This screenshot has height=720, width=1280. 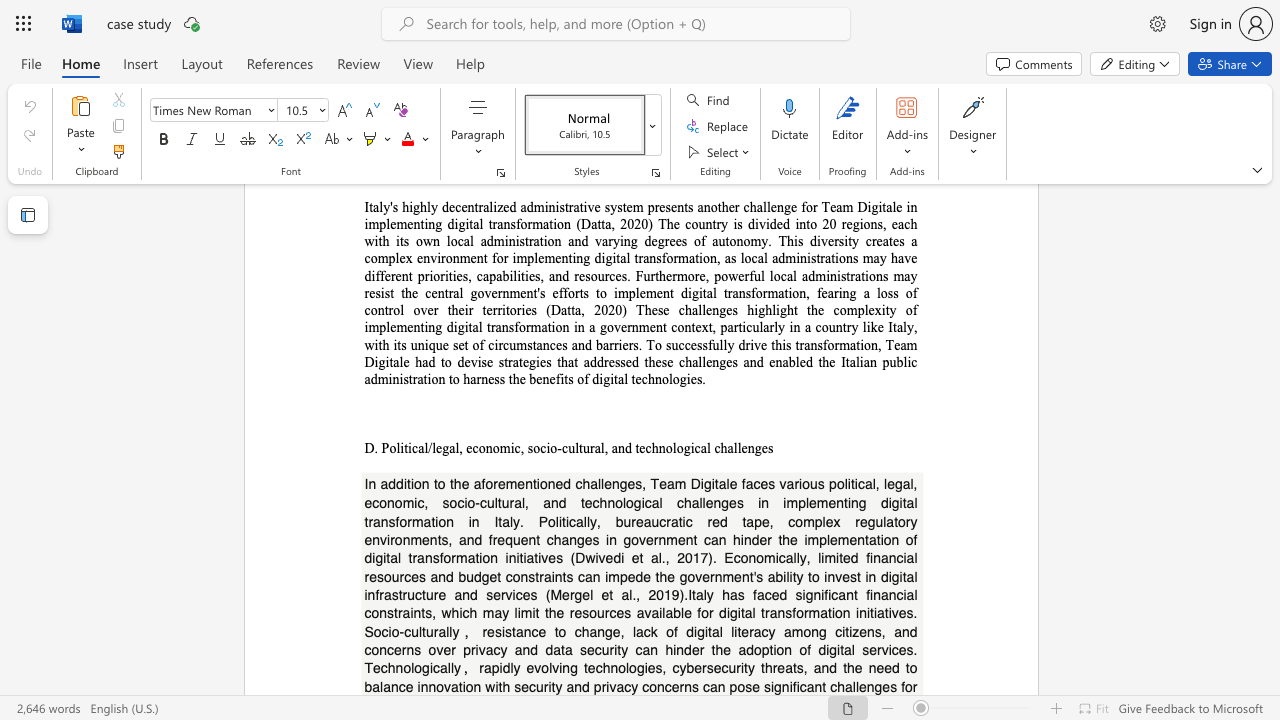 What do you see at coordinates (368, 685) in the screenshot?
I see `the 2th character "b" in the text` at bounding box center [368, 685].